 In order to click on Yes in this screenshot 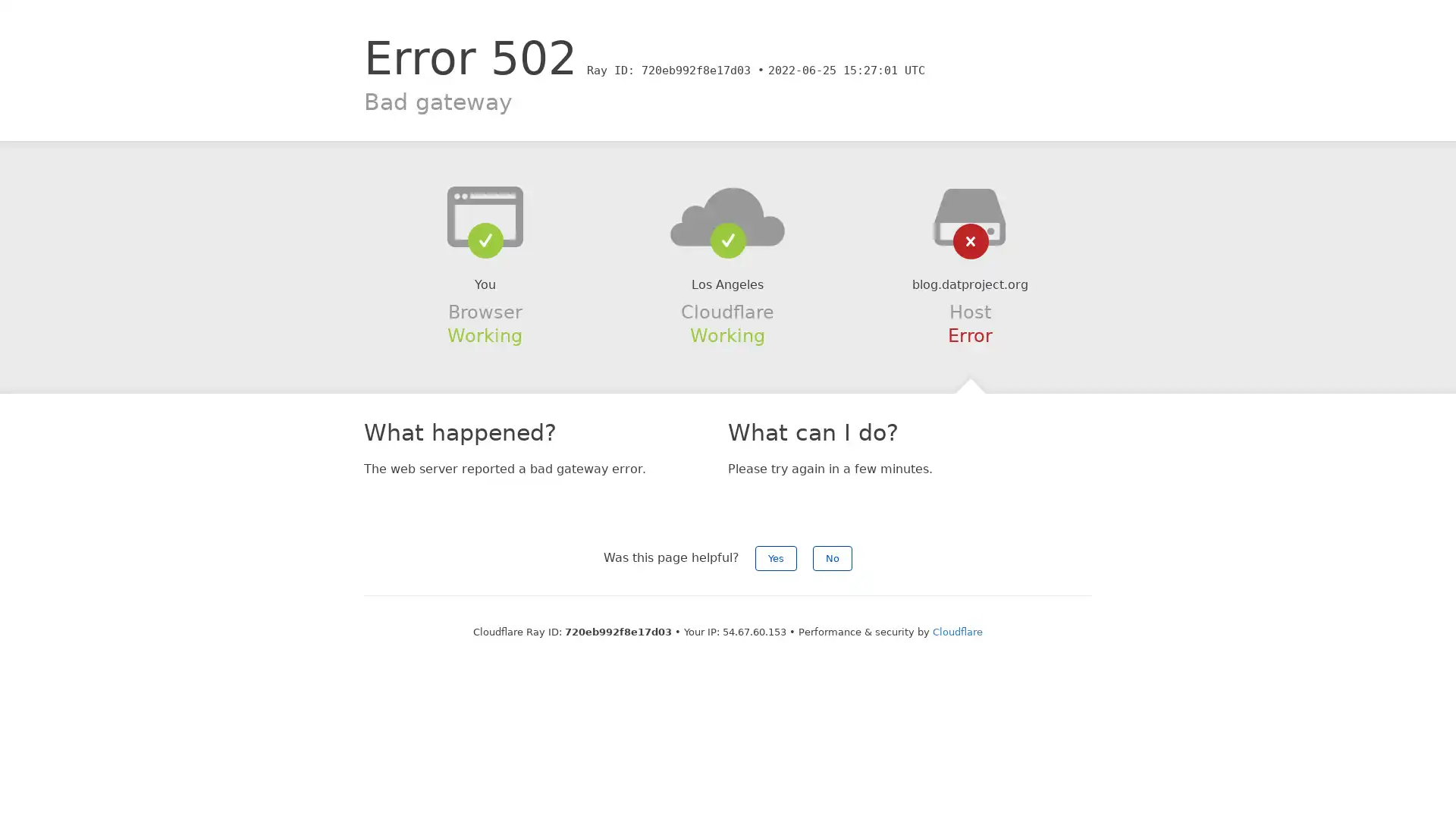, I will do `click(776, 558)`.